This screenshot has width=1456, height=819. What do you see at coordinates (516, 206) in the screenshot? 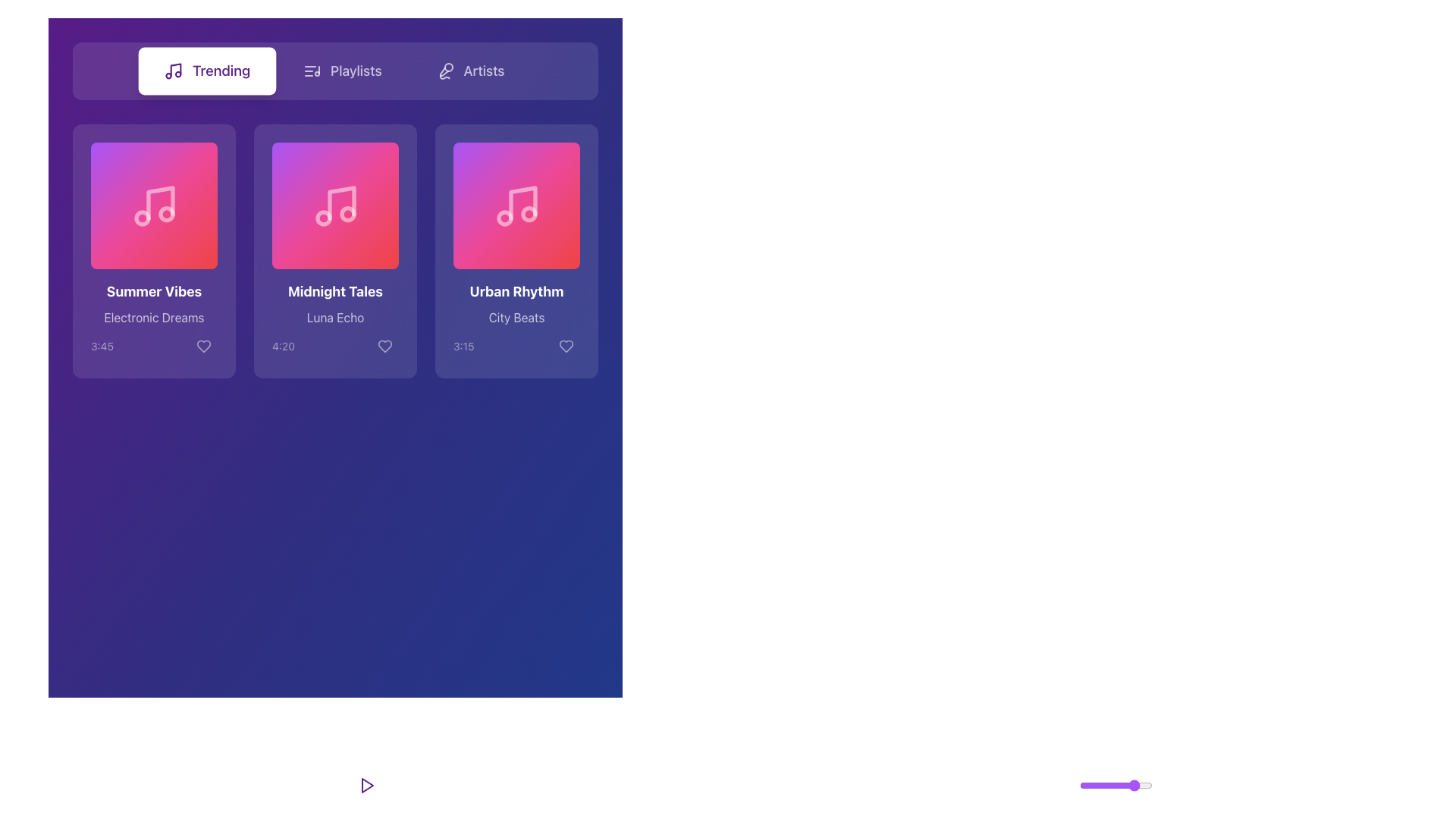
I see `the musical icon representing the 'Urban Rhythm' item, located in the third column of a three-column layout` at bounding box center [516, 206].